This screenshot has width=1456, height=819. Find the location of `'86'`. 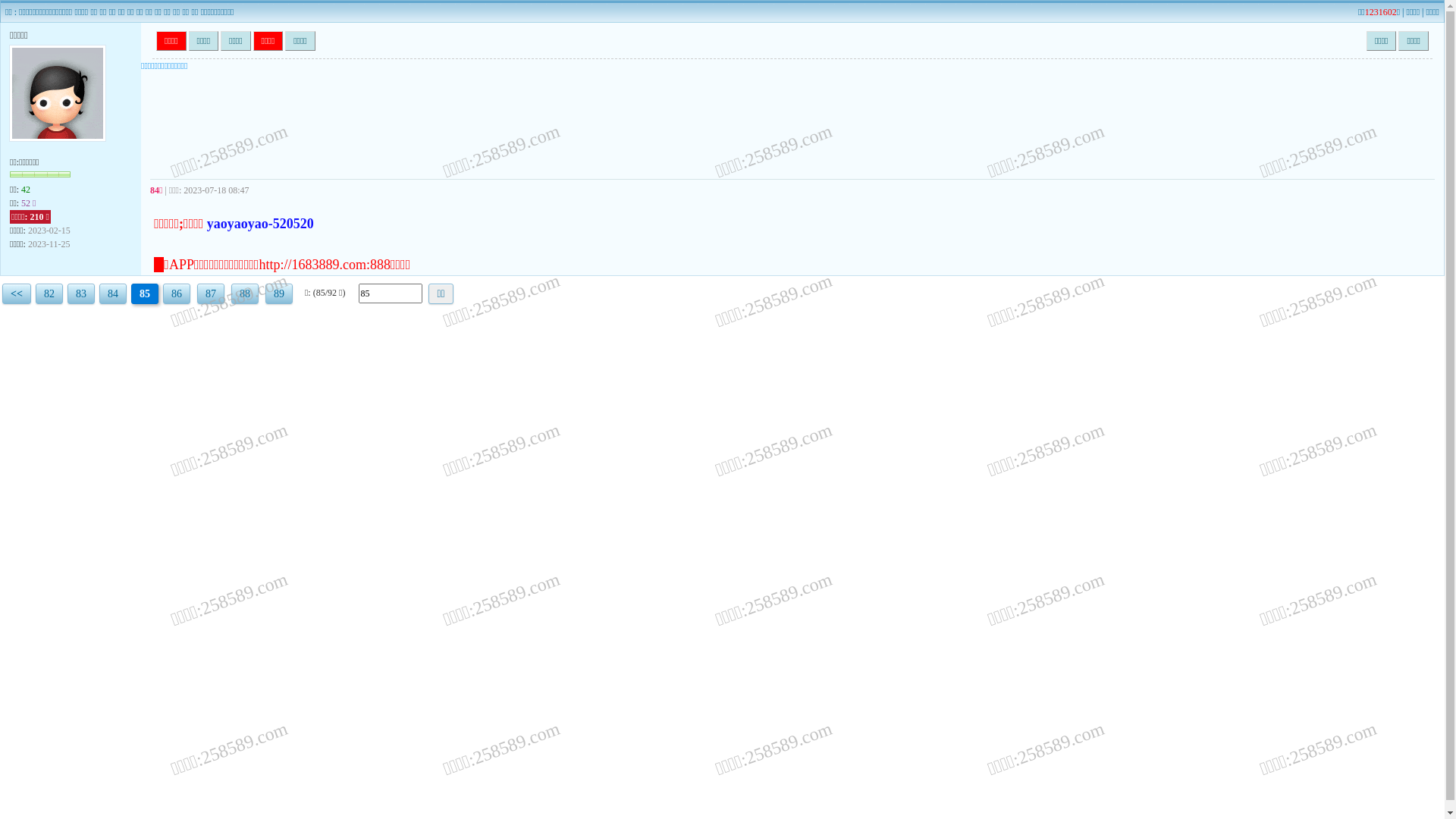

'86' is located at coordinates (177, 293).